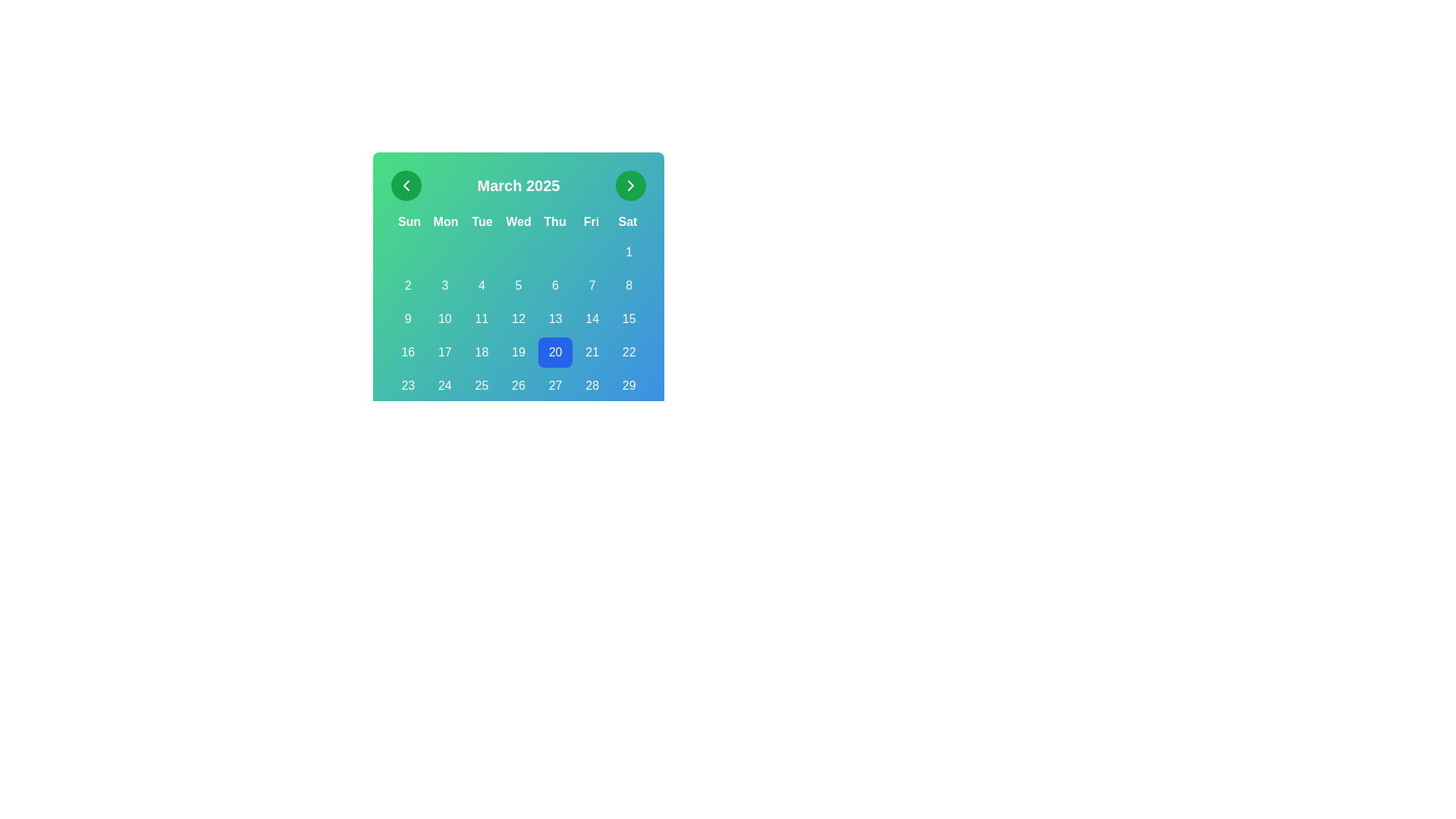 The image size is (1456, 819). What do you see at coordinates (629, 286) in the screenshot?
I see `the date button for '8' located in the 7th column and 2nd row under the 'Sat' header in the calendar interface` at bounding box center [629, 286].